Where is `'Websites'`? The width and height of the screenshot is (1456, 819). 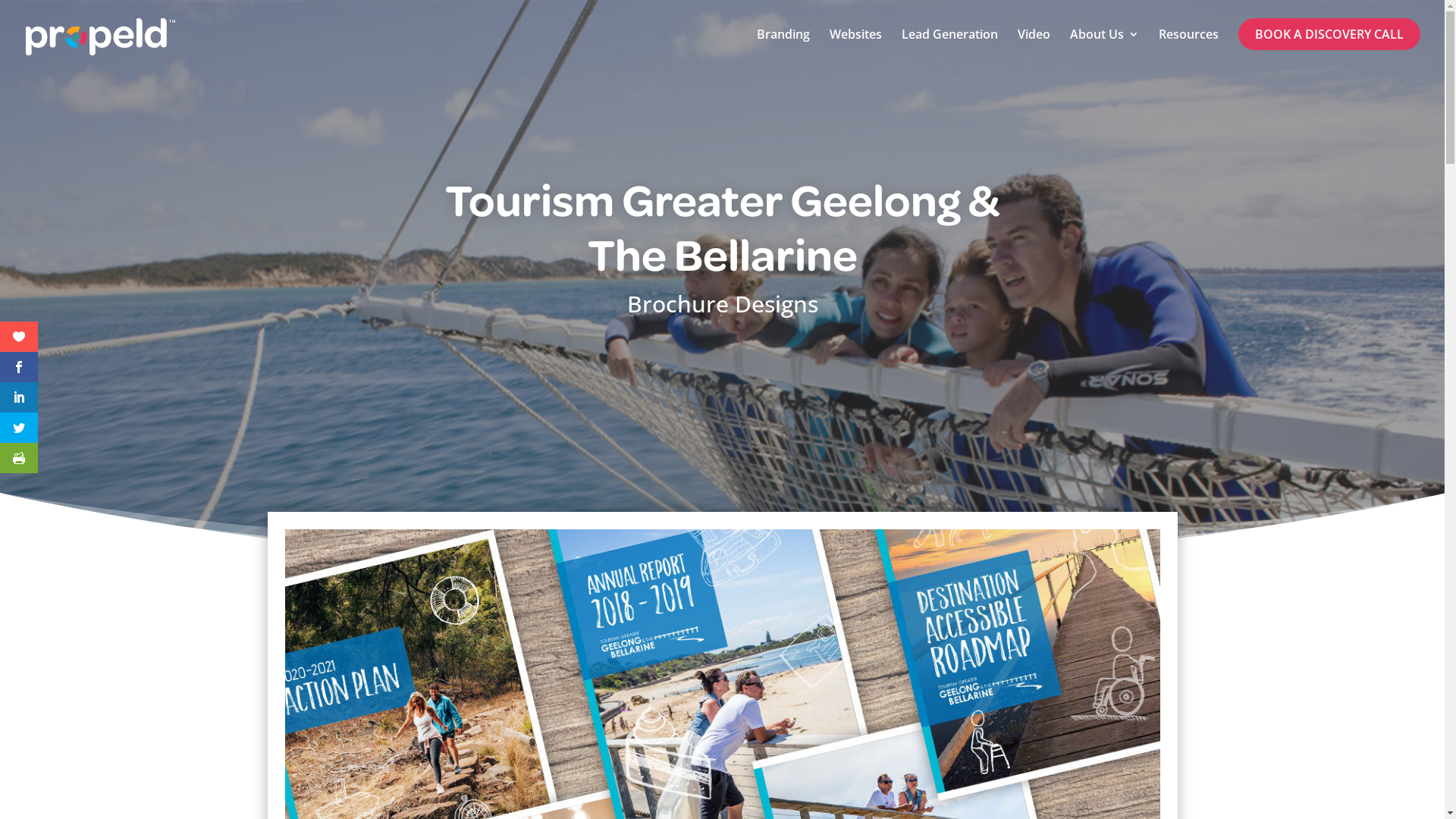
'Websites' is located at coordinates (829, 50).